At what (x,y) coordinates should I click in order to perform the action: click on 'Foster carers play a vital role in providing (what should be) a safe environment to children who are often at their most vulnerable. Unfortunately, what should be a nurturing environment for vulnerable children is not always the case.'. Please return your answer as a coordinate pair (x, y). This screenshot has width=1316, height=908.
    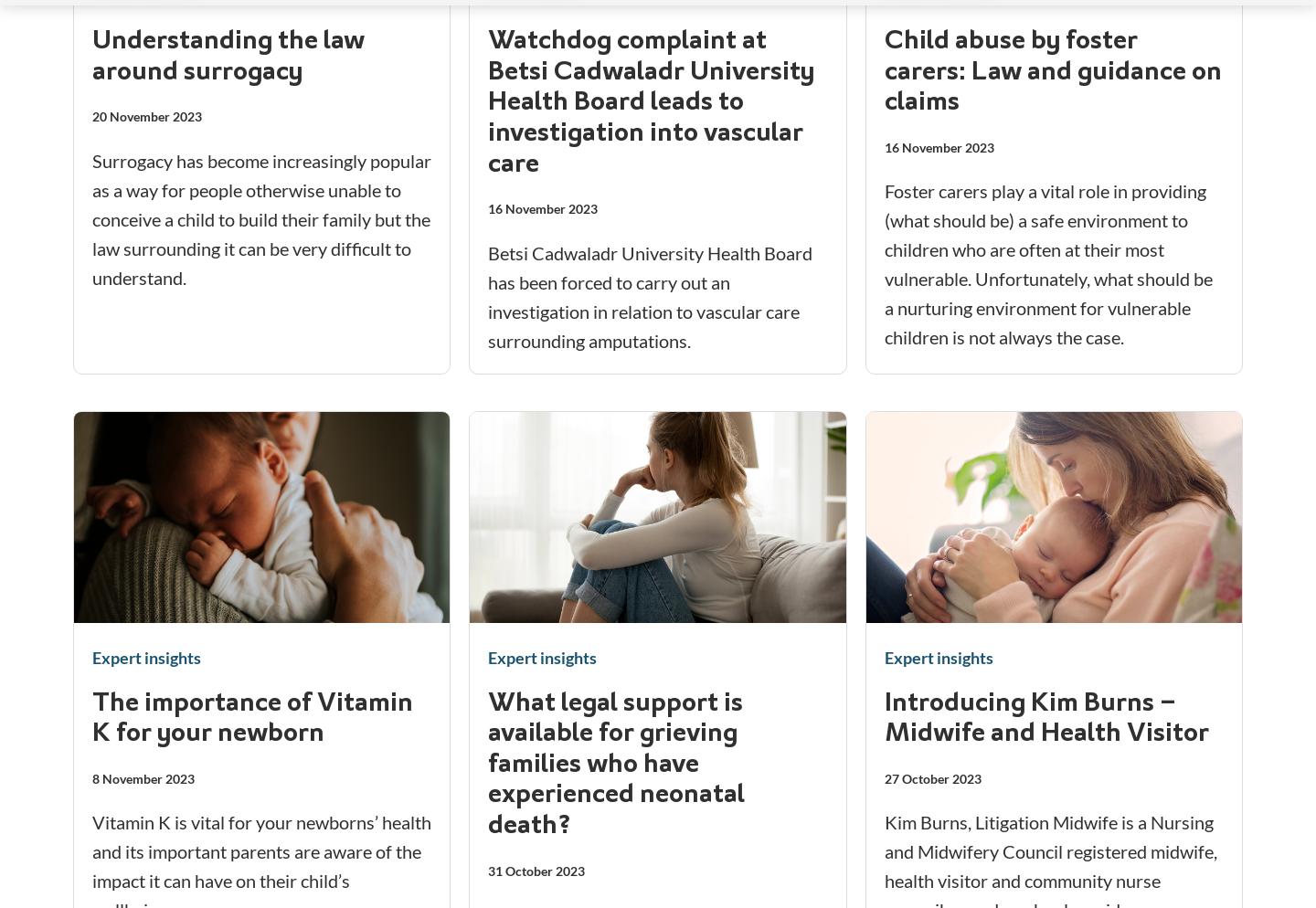
    Looking at the image, I should click on (1047, 263).